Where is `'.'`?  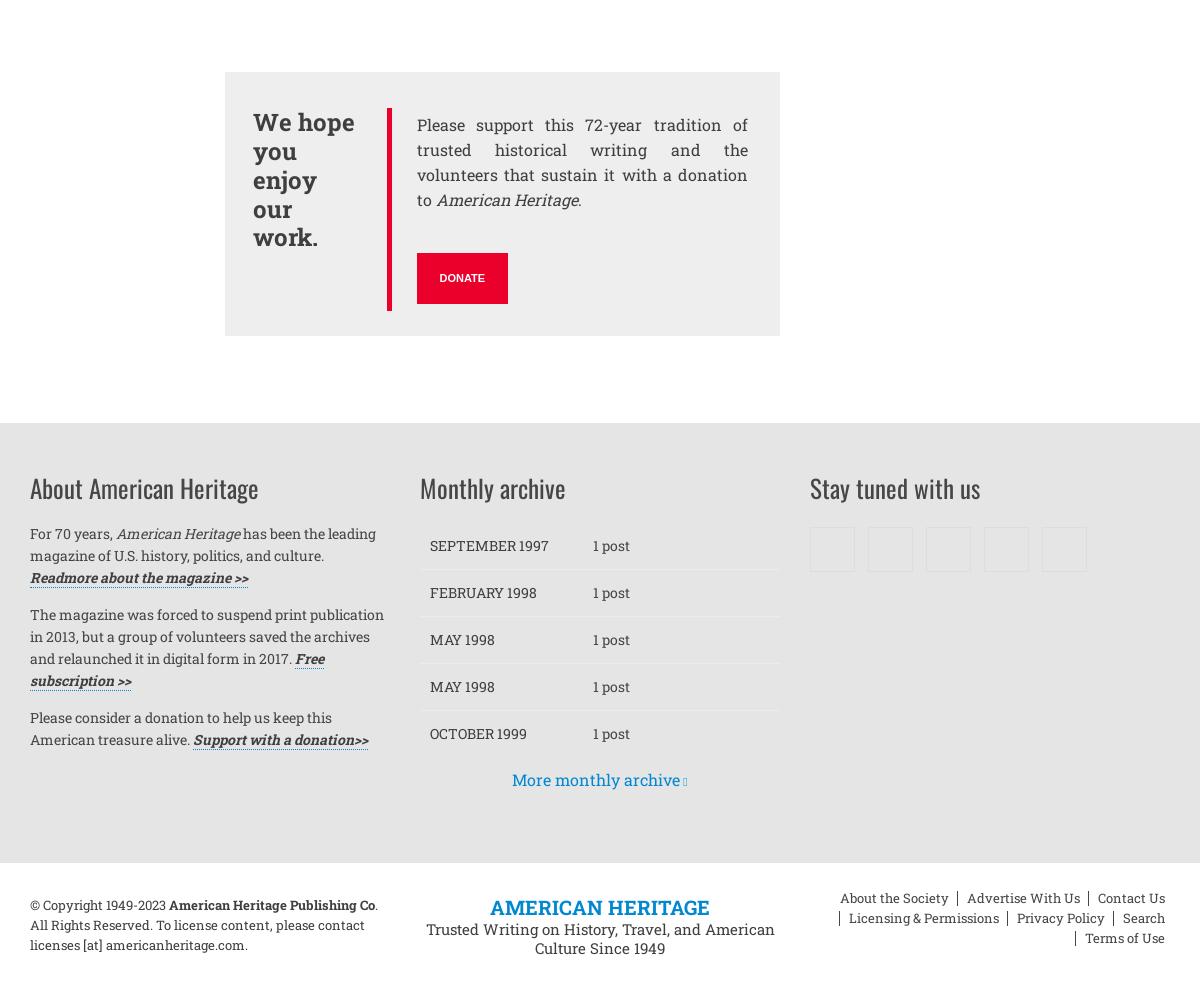 '.' is located at coordinates (578, 198).